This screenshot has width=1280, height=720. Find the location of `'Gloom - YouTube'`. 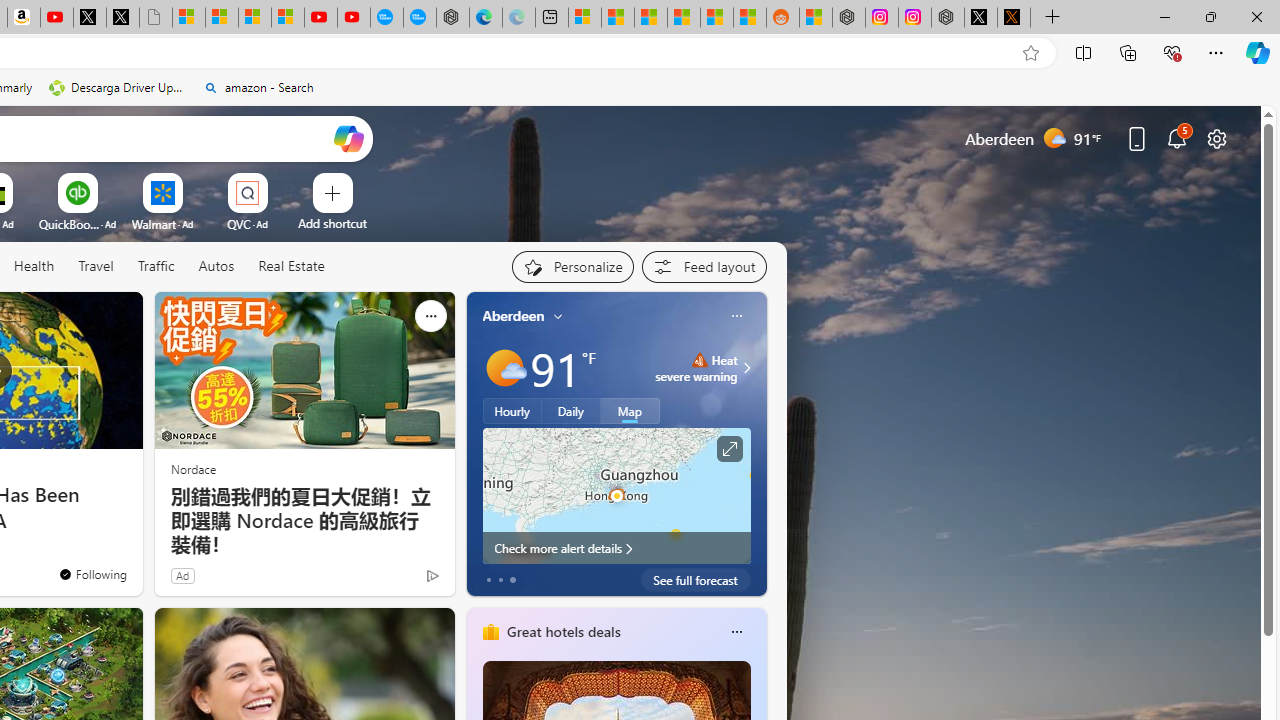

'Gloom - YouTube' is located at coordinates (320, 17).